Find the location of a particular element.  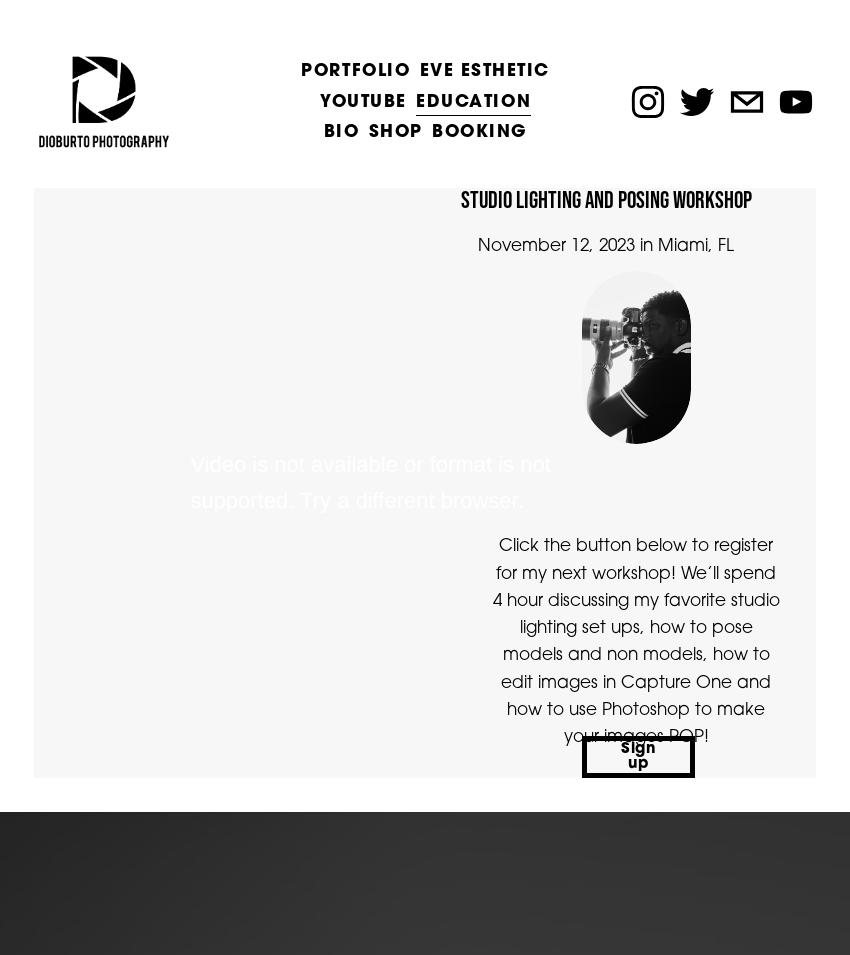

'Fitness' is located at coordinates (335, 219).